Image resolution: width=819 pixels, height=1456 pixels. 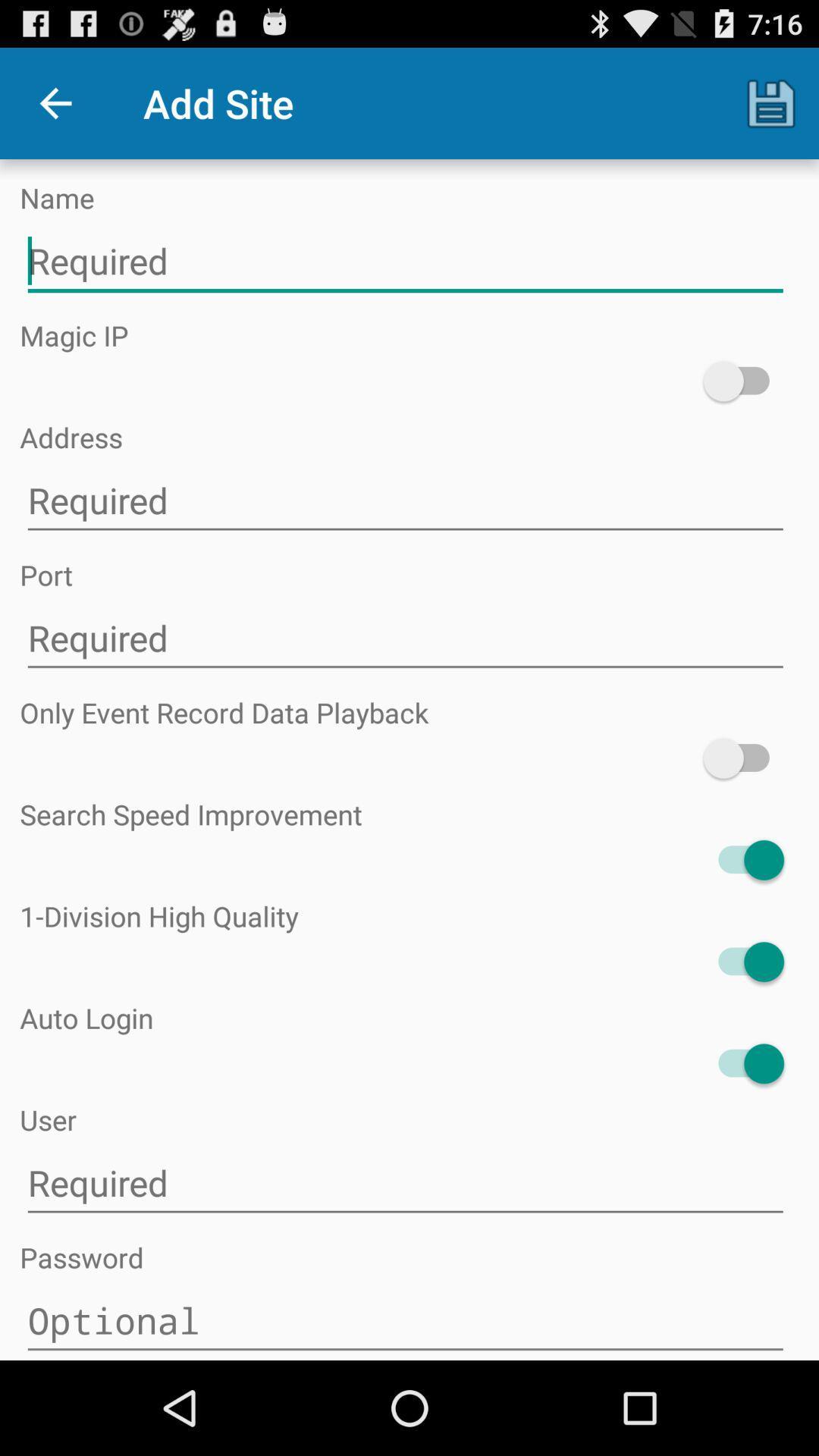 I want to click on 1-division high quality, so click(x=742, y=961).